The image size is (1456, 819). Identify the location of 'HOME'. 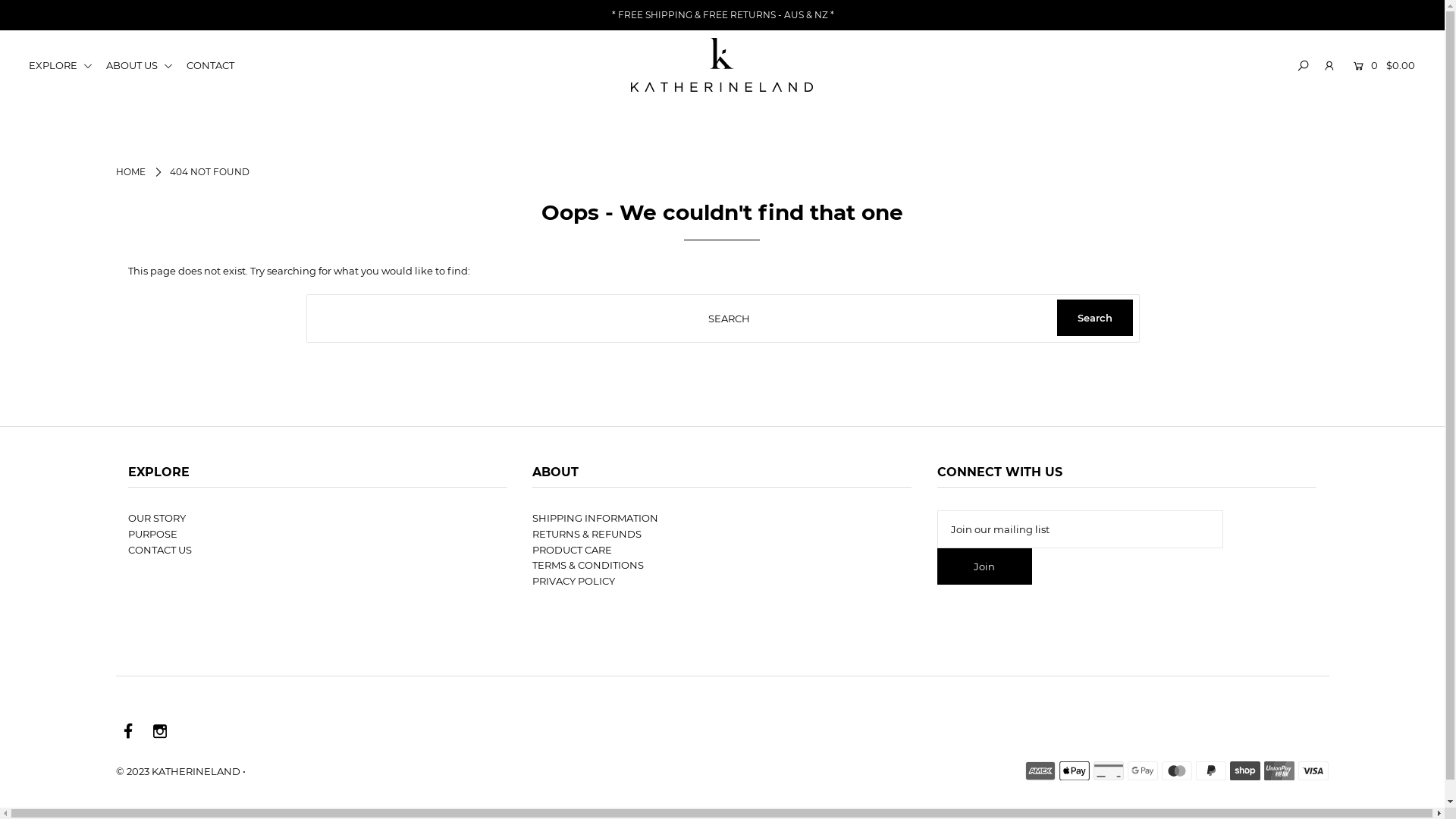
(115, 171).